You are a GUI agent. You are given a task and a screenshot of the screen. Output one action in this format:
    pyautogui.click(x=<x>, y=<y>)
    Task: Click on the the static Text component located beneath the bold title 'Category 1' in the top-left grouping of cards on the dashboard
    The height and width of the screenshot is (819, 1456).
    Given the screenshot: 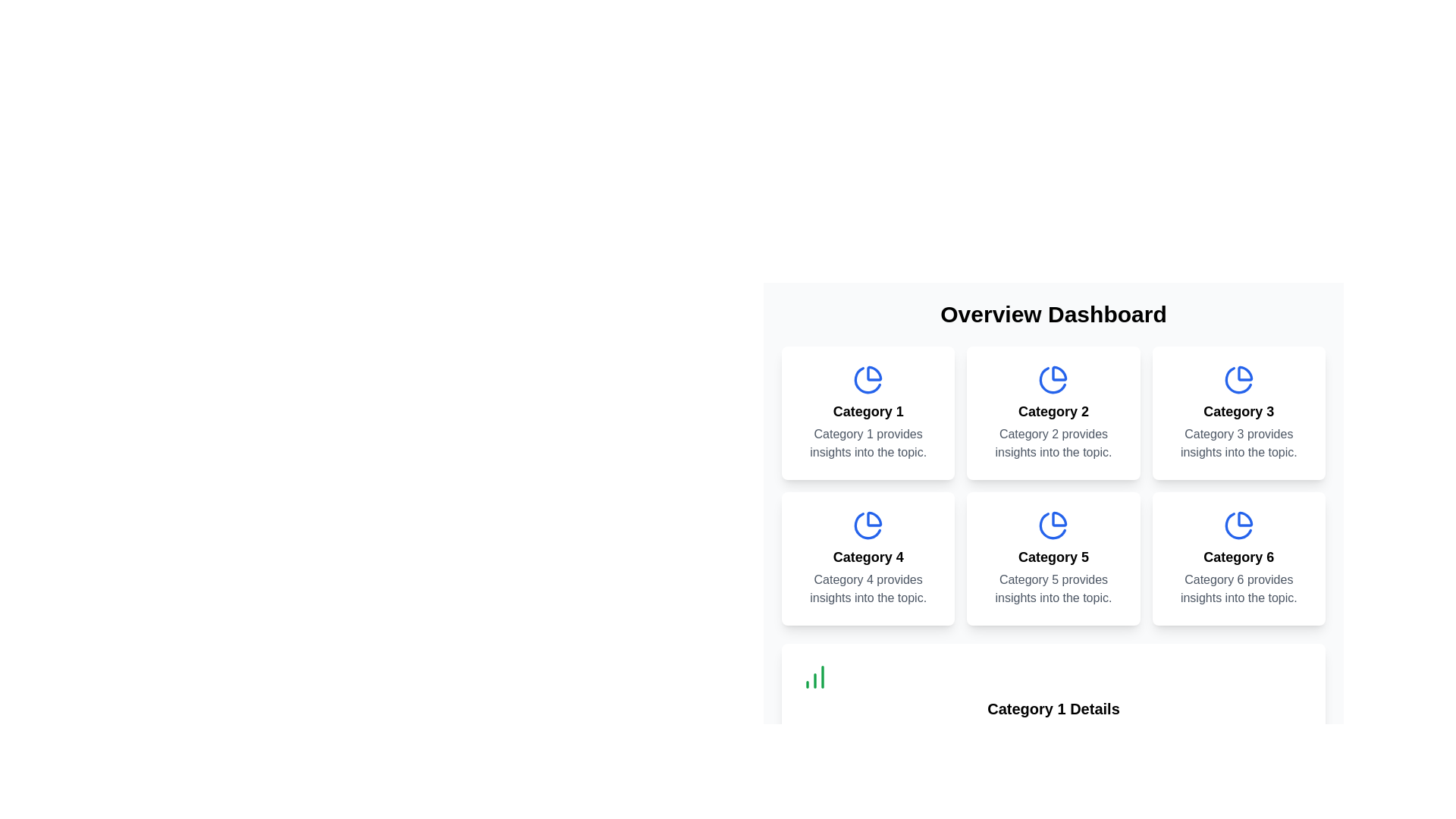 What is the action you would take?
    pyautogui.click(x=868, y=444)
    